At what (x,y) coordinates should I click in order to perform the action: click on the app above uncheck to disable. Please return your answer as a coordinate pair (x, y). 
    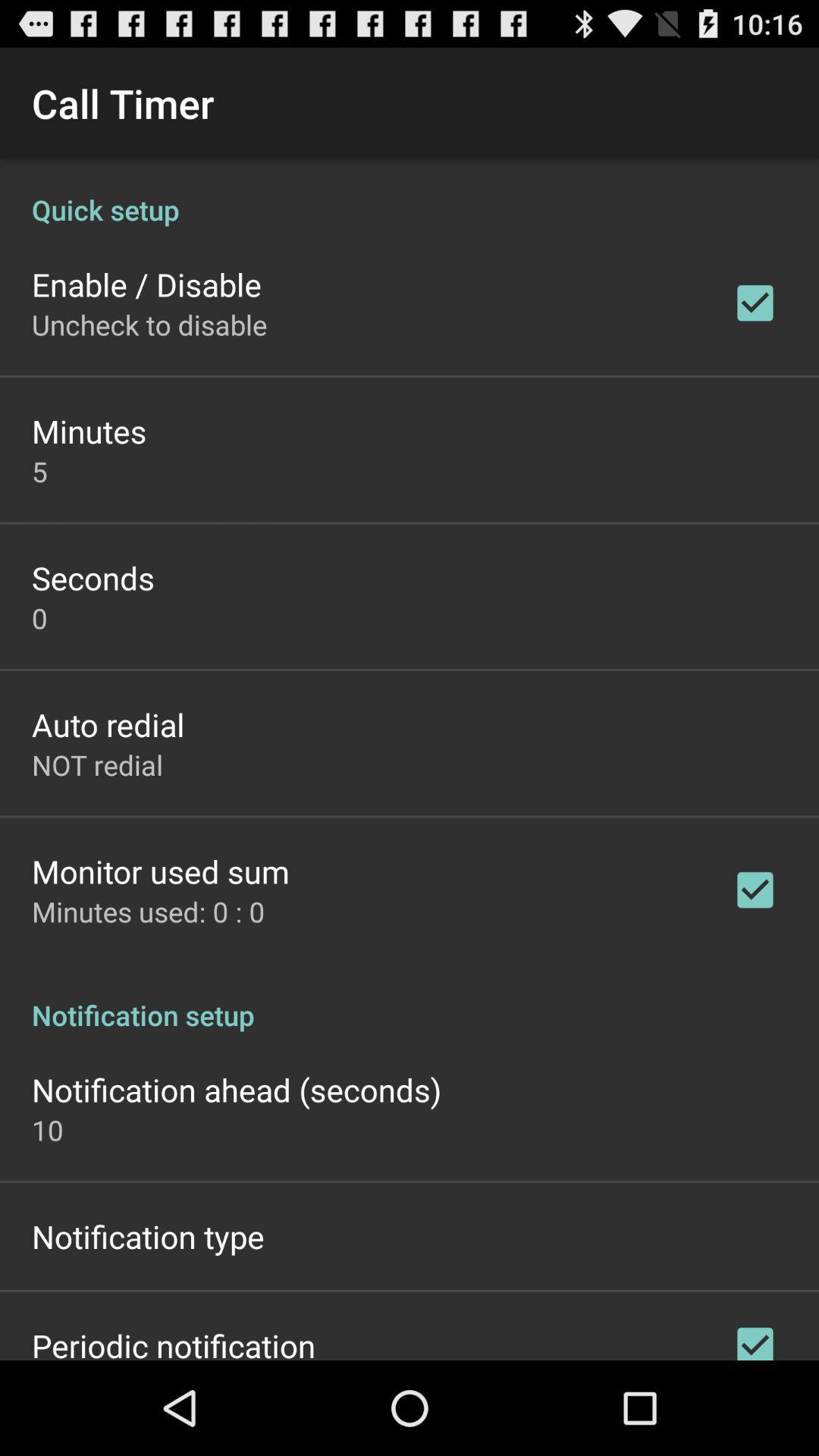
    Looking at the image, I should click on (146, 284).